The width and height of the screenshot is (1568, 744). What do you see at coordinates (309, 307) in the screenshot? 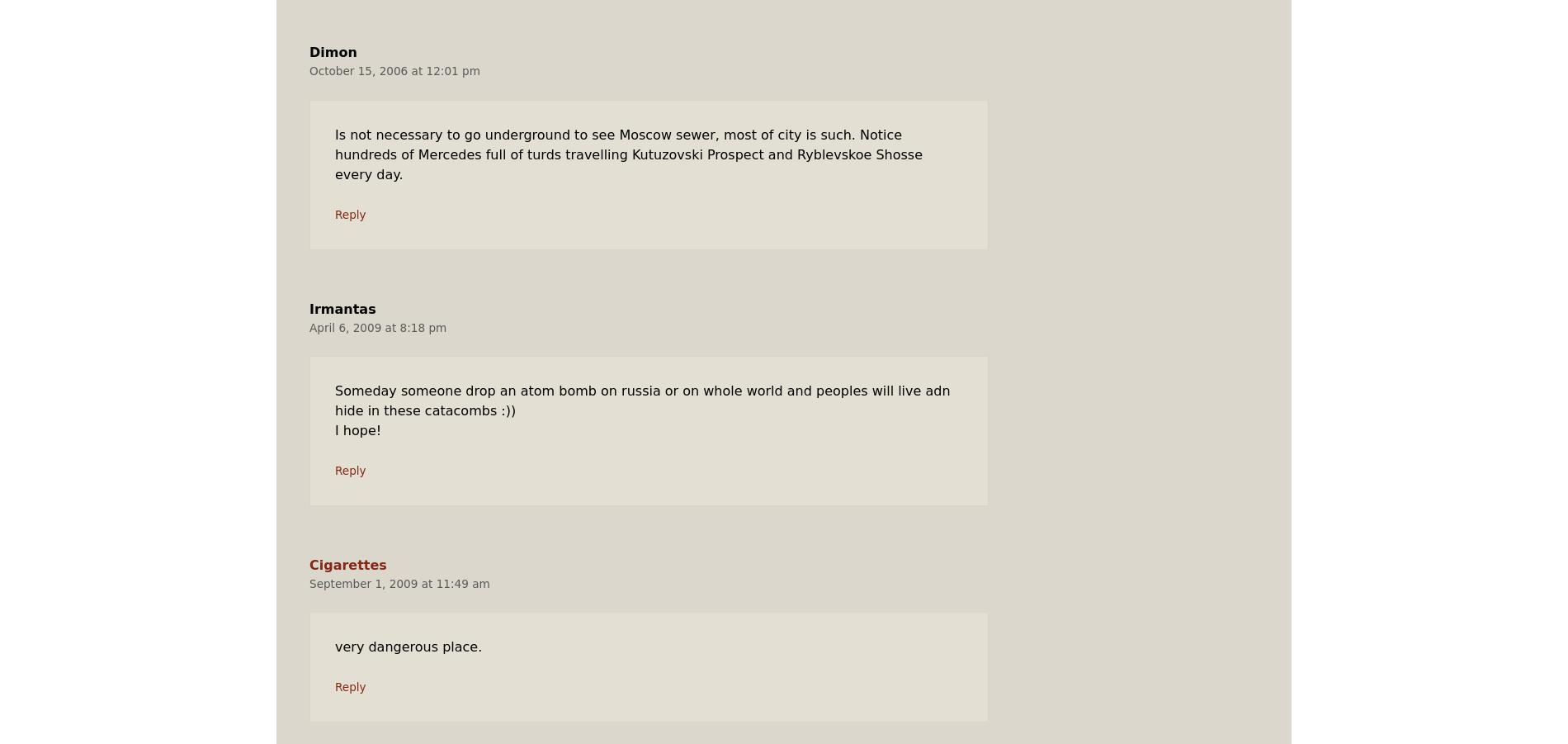
I see `'Irmantas'` at bounding box center [309, 307].